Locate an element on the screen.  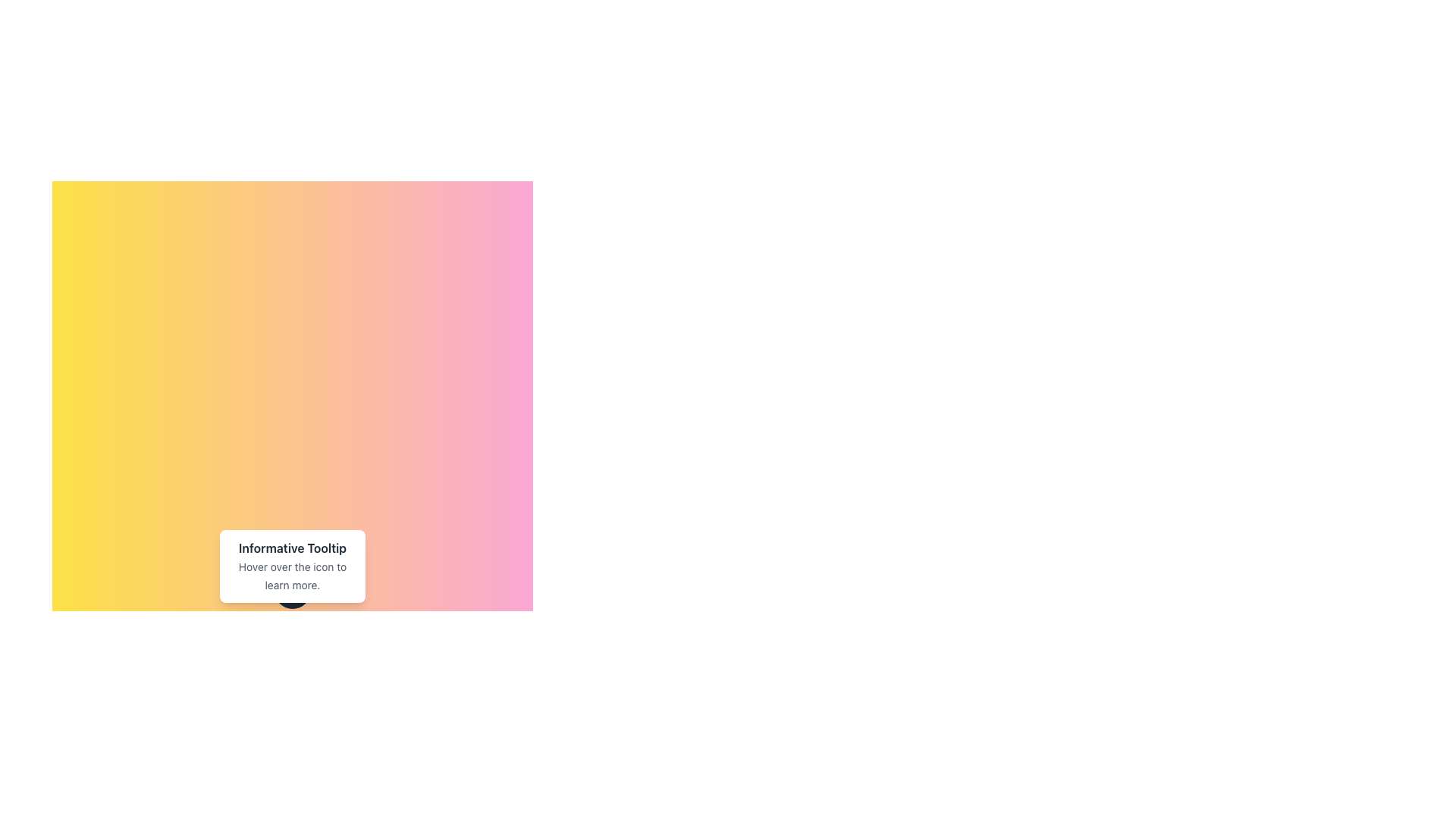
the text label that reads 'Informative Tooltip', which is styled with bold font and dark gray color, located within a tooltip box above the text 'Hover over the icon to learn more.' is located at coordinates (292, 548).